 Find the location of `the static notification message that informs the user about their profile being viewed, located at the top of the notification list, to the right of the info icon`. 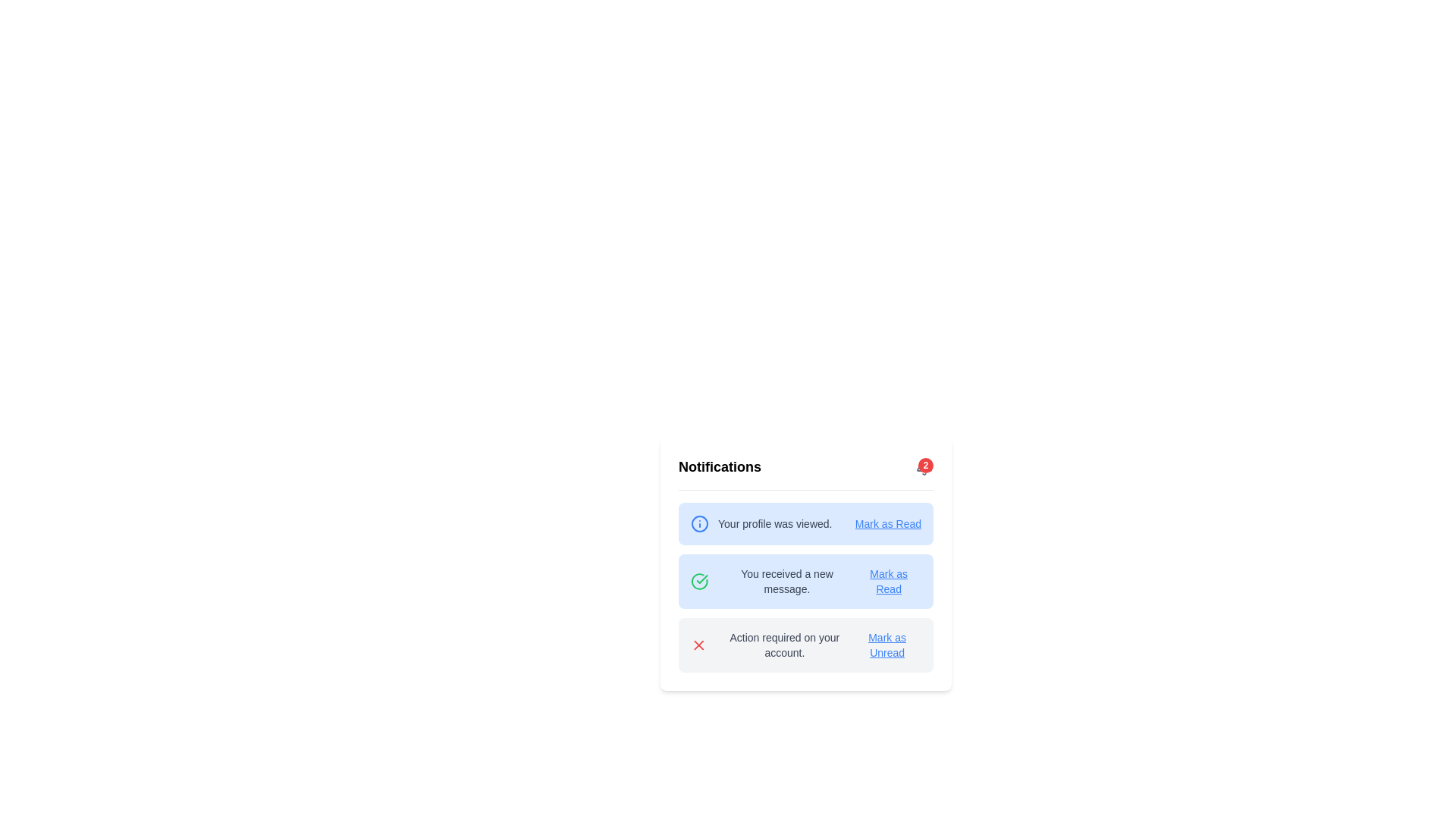

the static notification message that informs the user about their profile being viewed, located at the top of the notification list, to the right of the info icon is located at coordinates (775, 522).